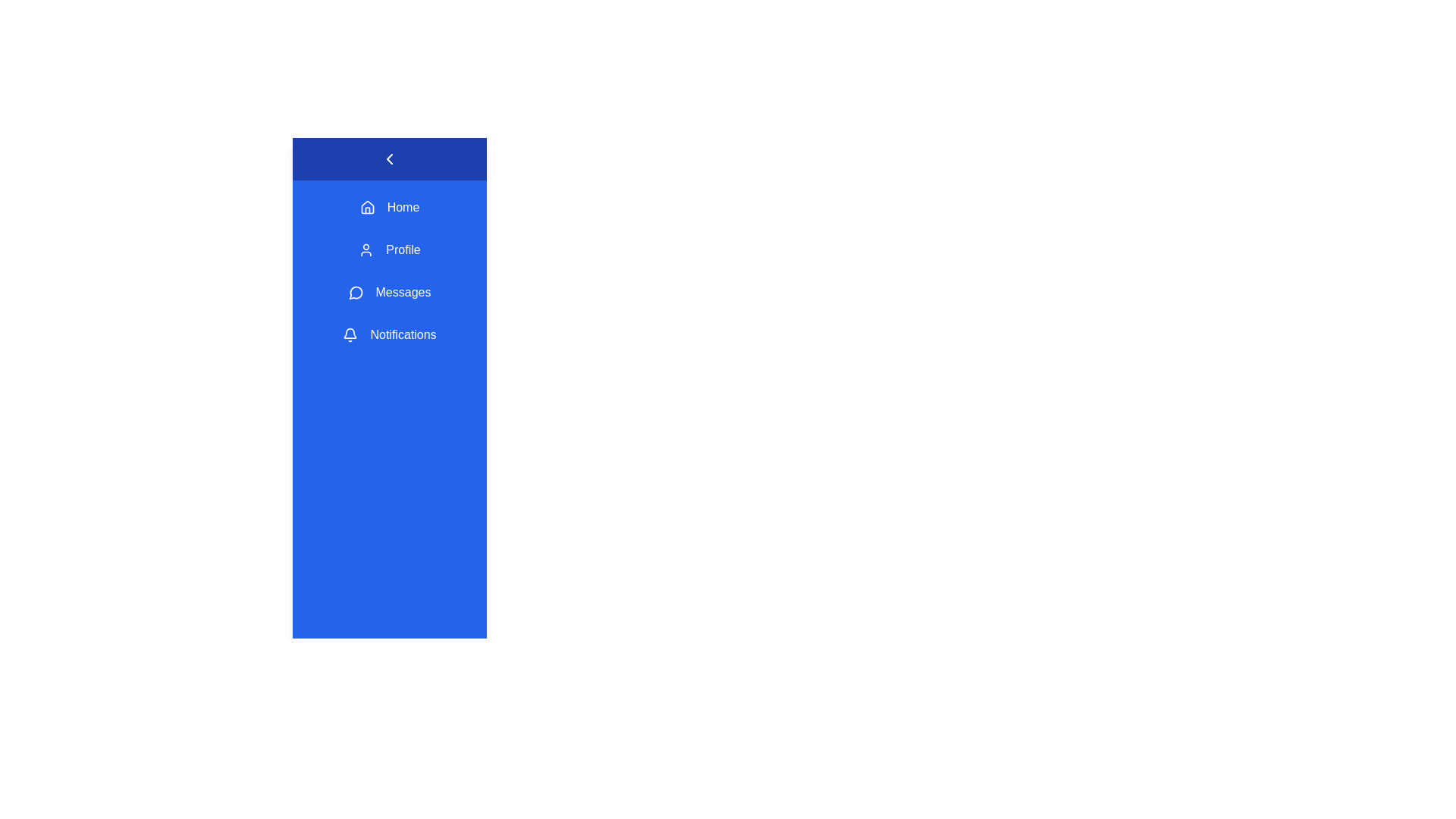 The image size is (1456, 819). I want to click on the Messages icon in the sidebar menu, so click(355, 292).